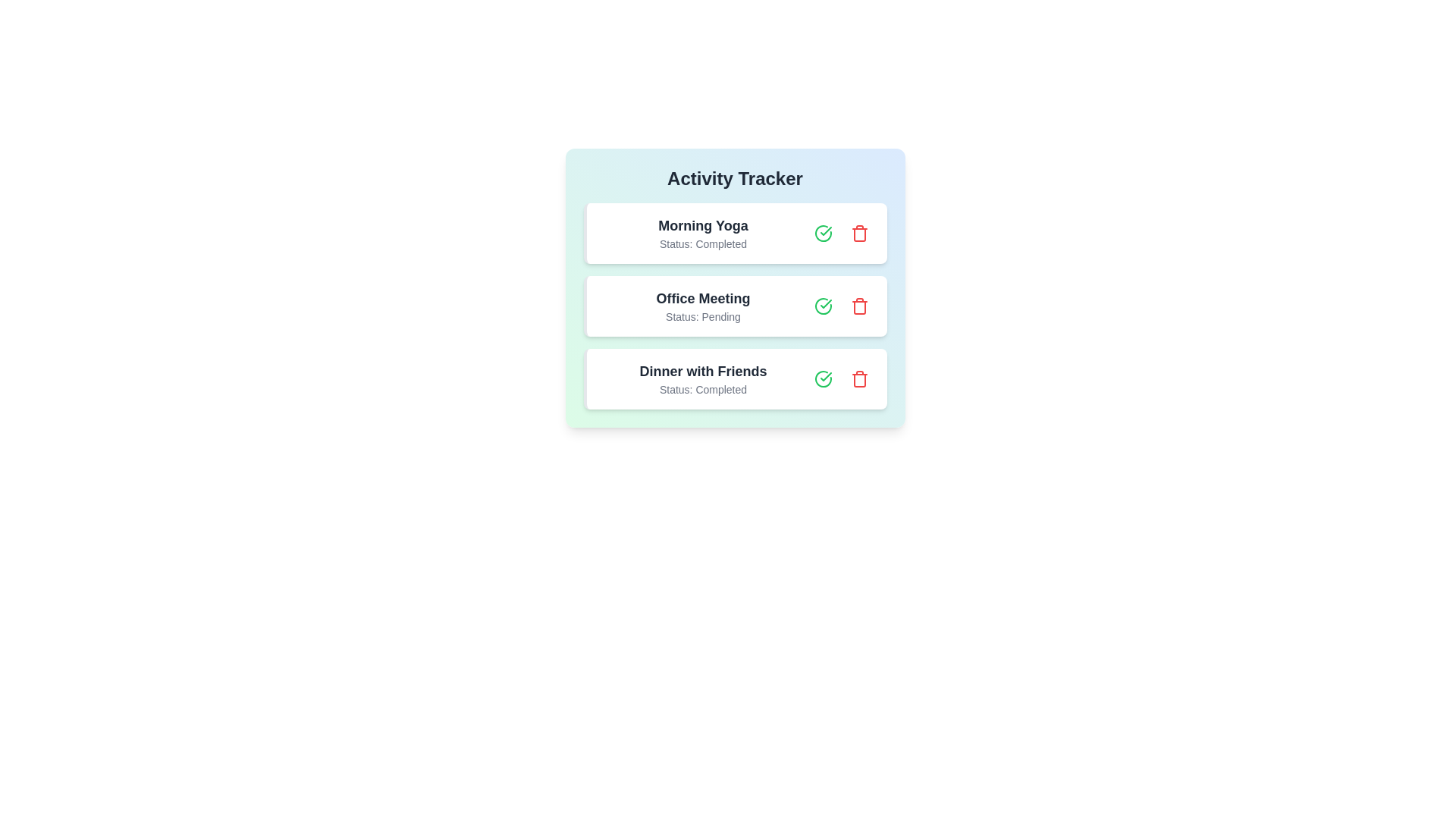 The height and width of the screenshot is (819, 1456). What do you see at coordinates (735, 306) in the screenshot?
I see `the activity item Office Meeting to observe the hover effect` at bounding box center [735, 306].